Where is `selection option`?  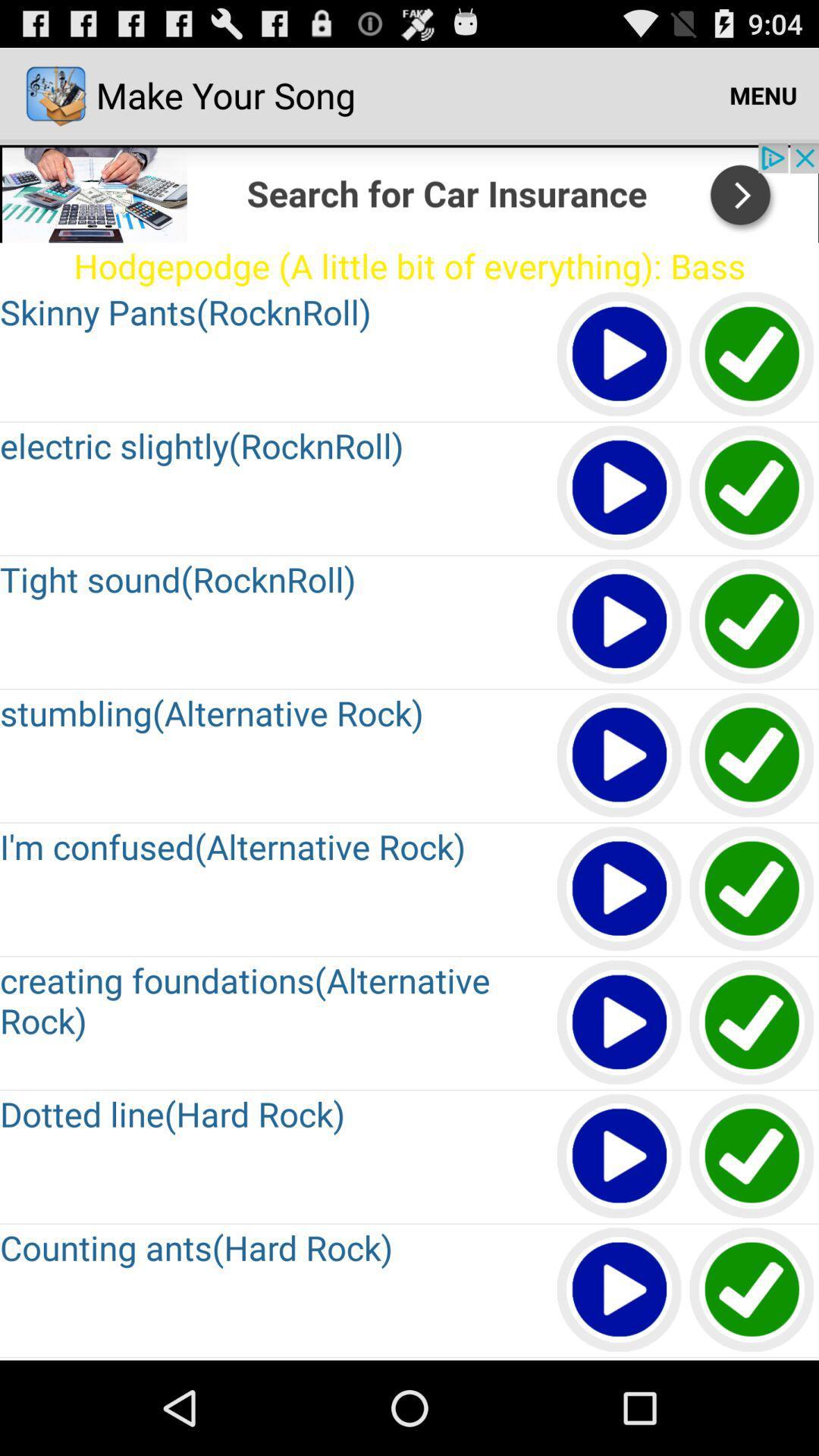 selection option is located at coordinates (752, 1023).